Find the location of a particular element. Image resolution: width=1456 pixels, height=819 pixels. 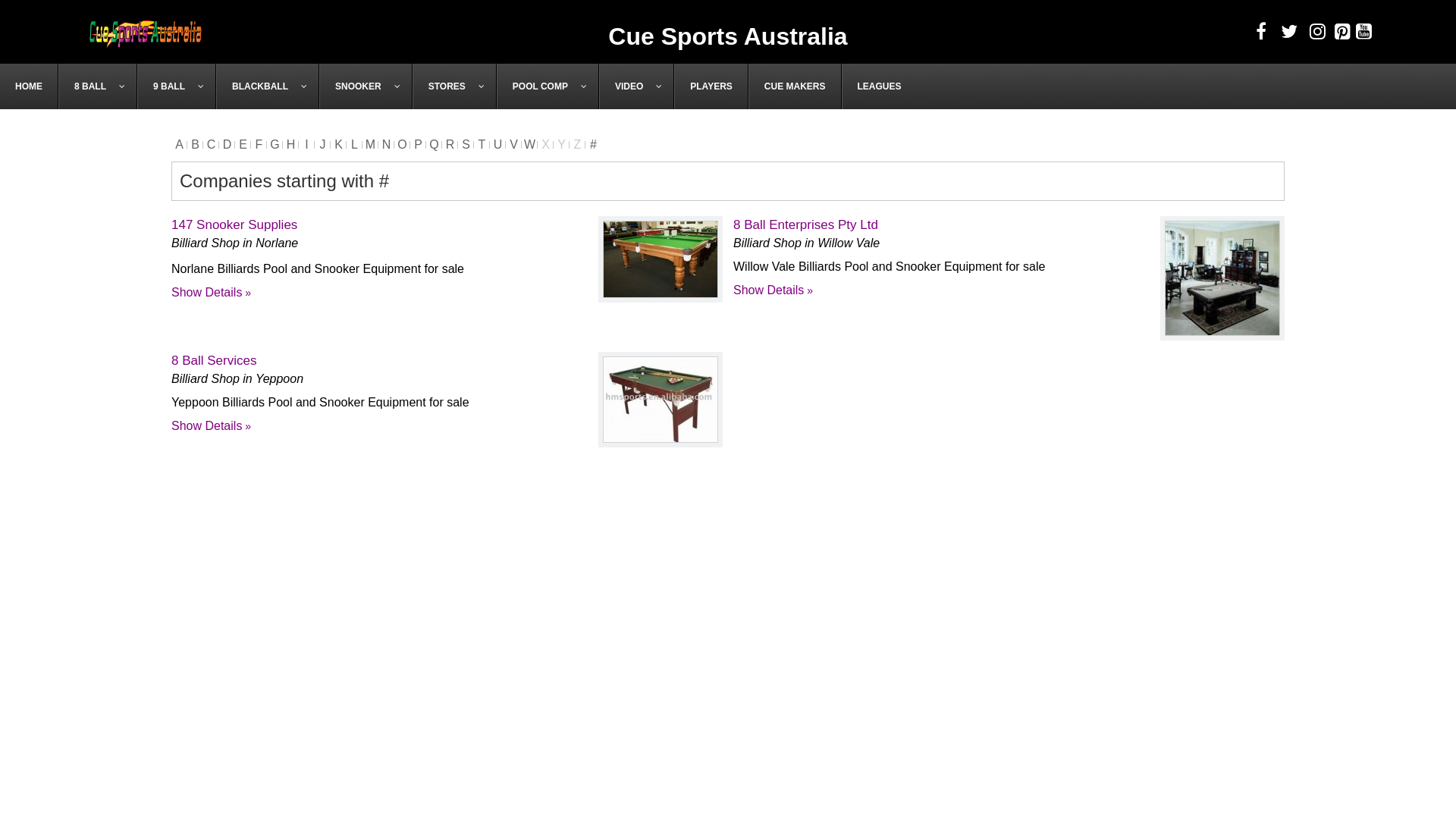

'L' is located at coordinates (353, 144).